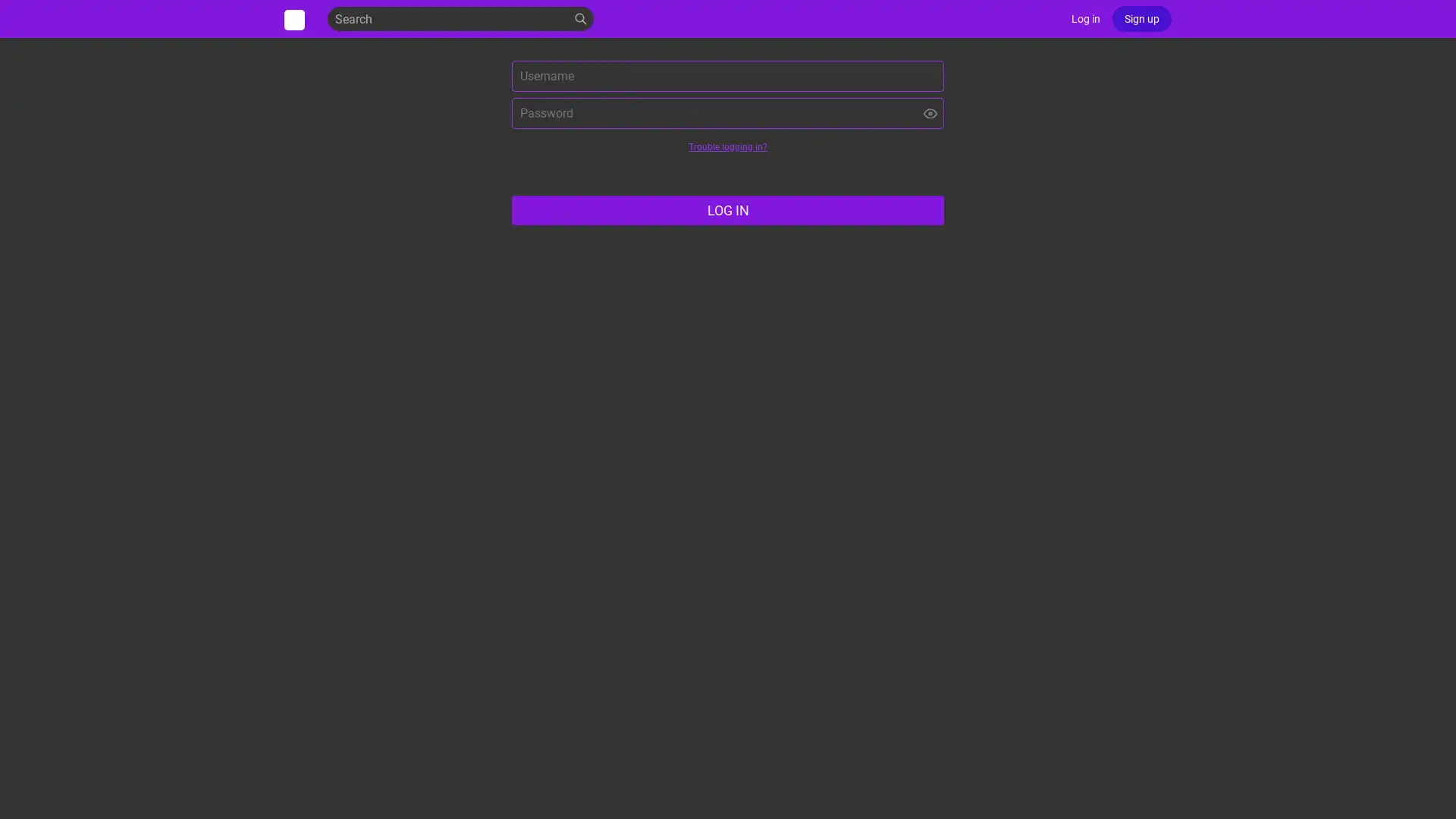  What do you see at coordinates (930, 112) in the screenshot?
I see `Show password` at bounding box center [930, 112].